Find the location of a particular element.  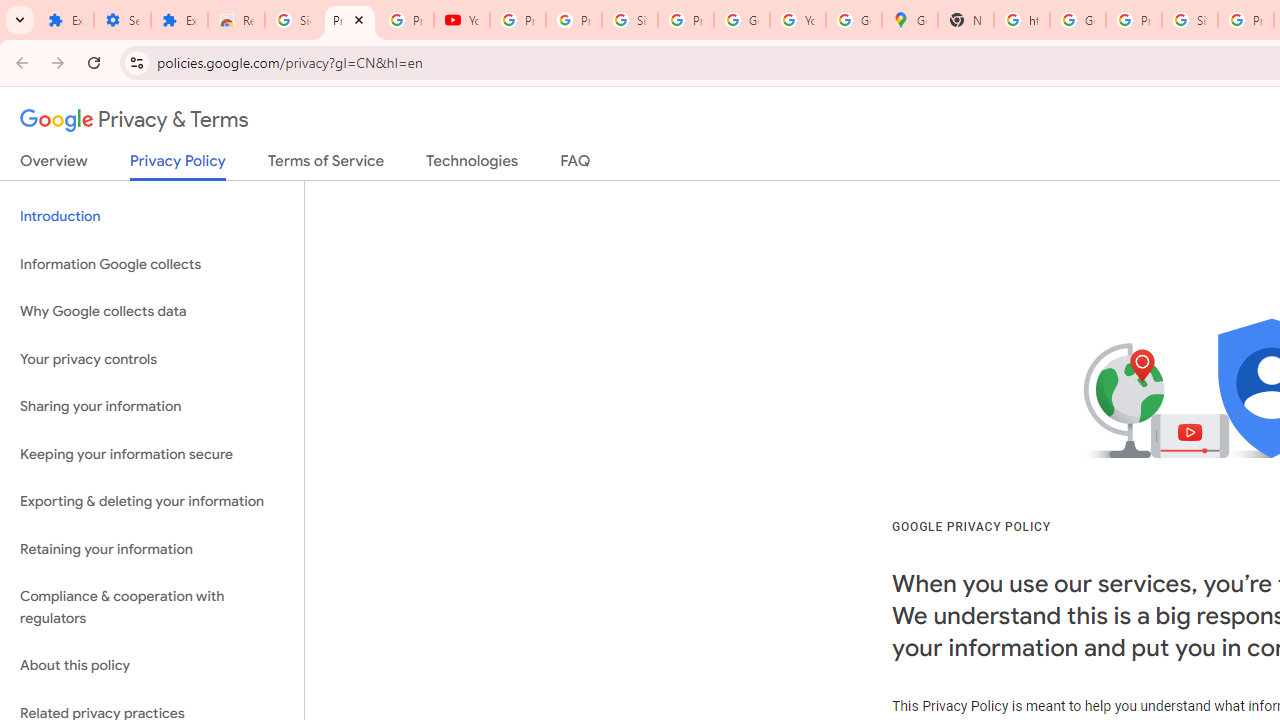

'Compliance & cooperation with regulators' is located at coordinates (151, 607).